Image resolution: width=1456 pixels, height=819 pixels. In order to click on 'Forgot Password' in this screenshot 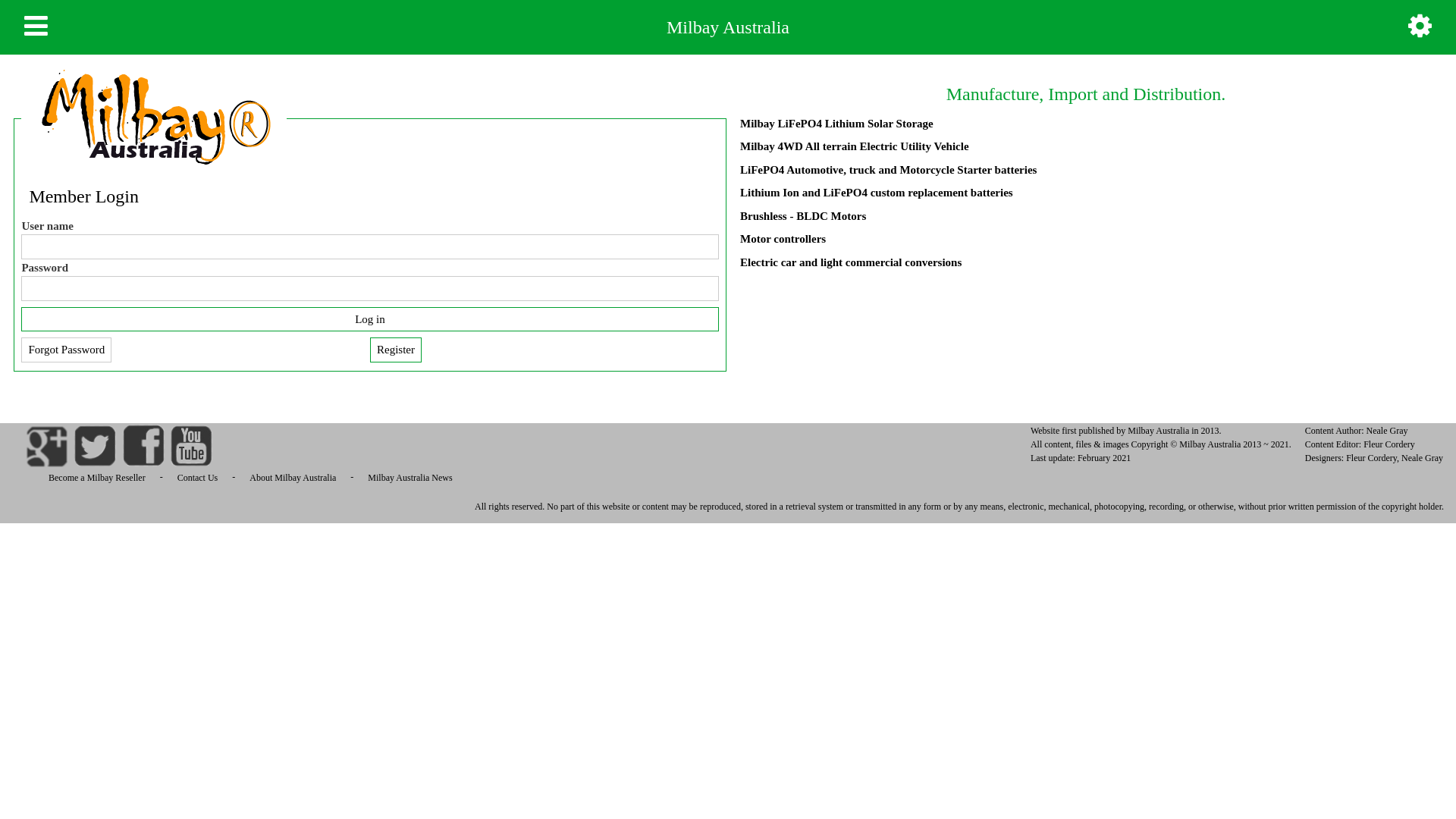, I will do `click(65, 350)`.